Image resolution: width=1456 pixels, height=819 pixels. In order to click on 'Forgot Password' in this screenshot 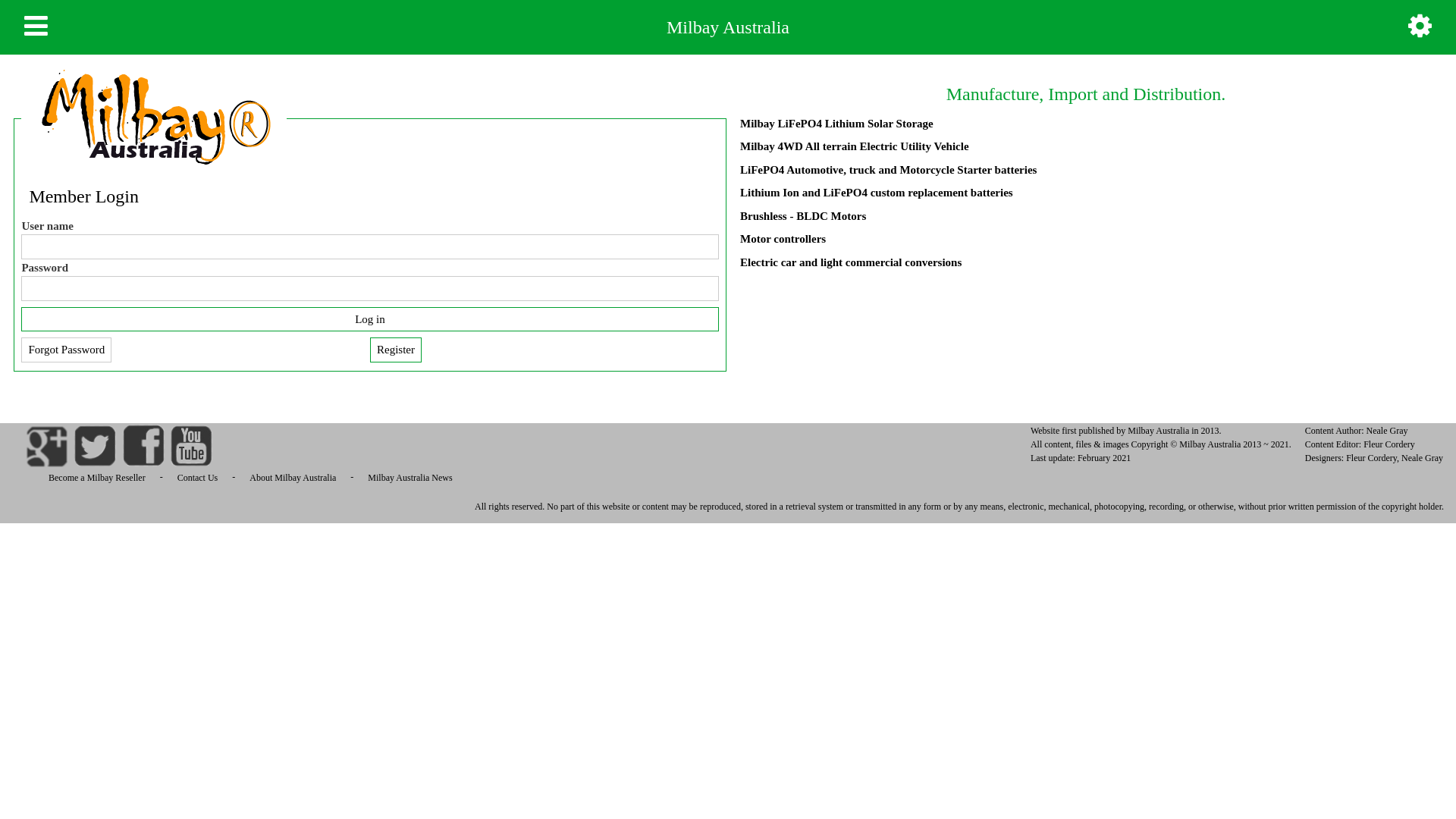, I will do `click(65, 350)`.